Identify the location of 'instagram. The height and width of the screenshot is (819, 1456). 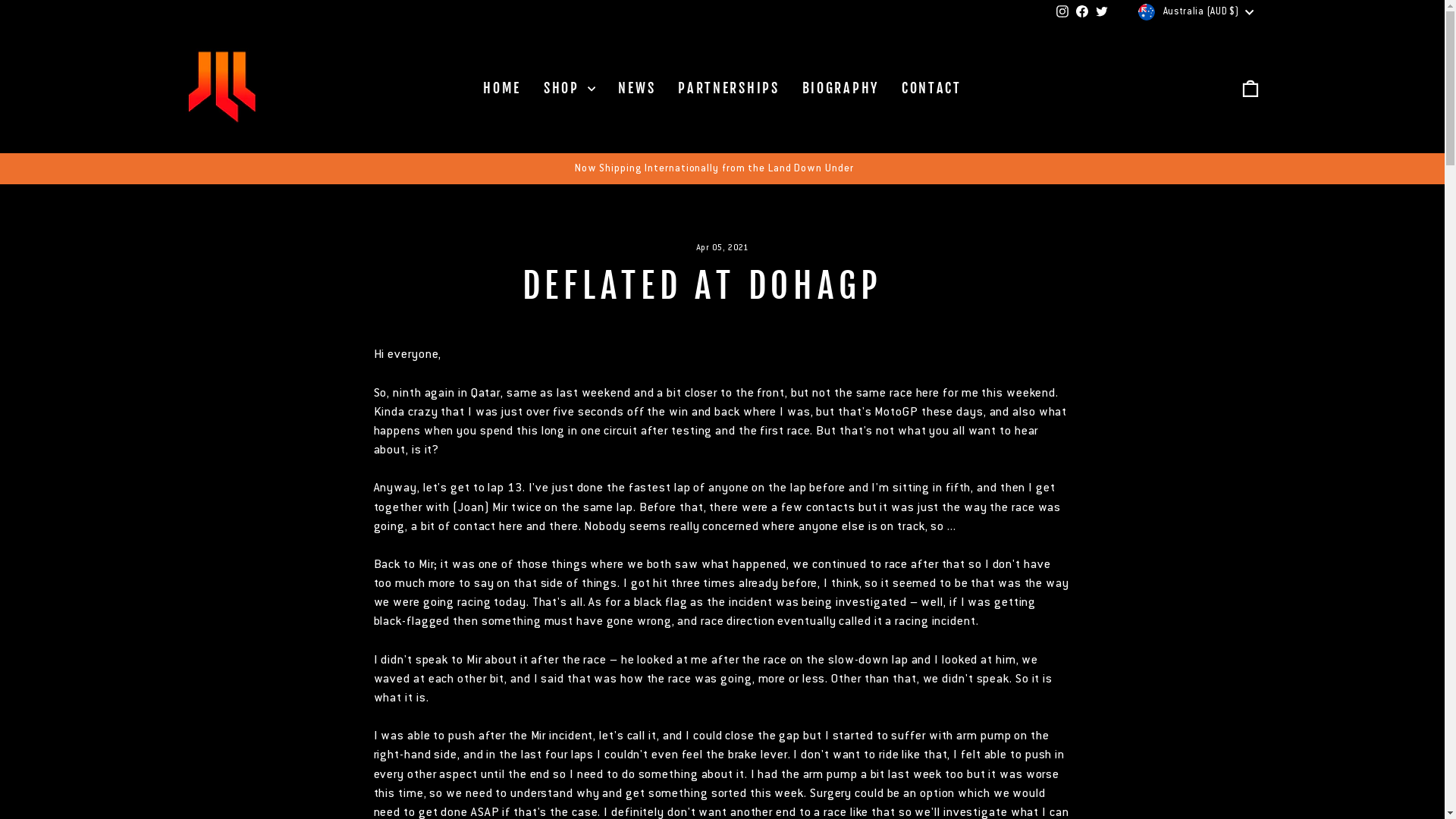
(1062, 11).